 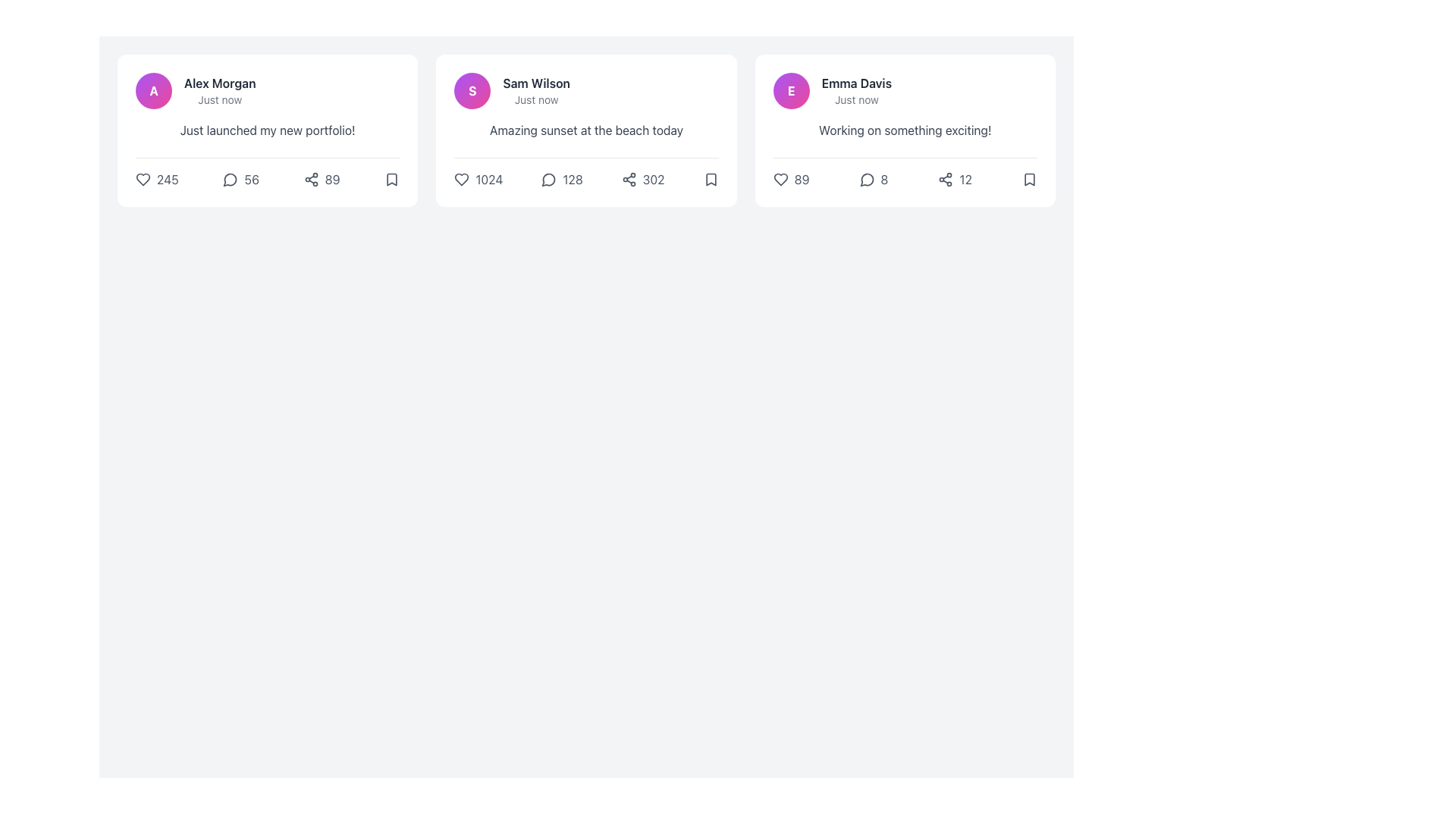 What do you see at coordinates (536, 90) in the screenshot?
I see `the Text component displaying the user's name 'Sam Wilson' and the time of the post 'Just now', located in the second card of three, above the caption text` at bounding box center [536, 90].